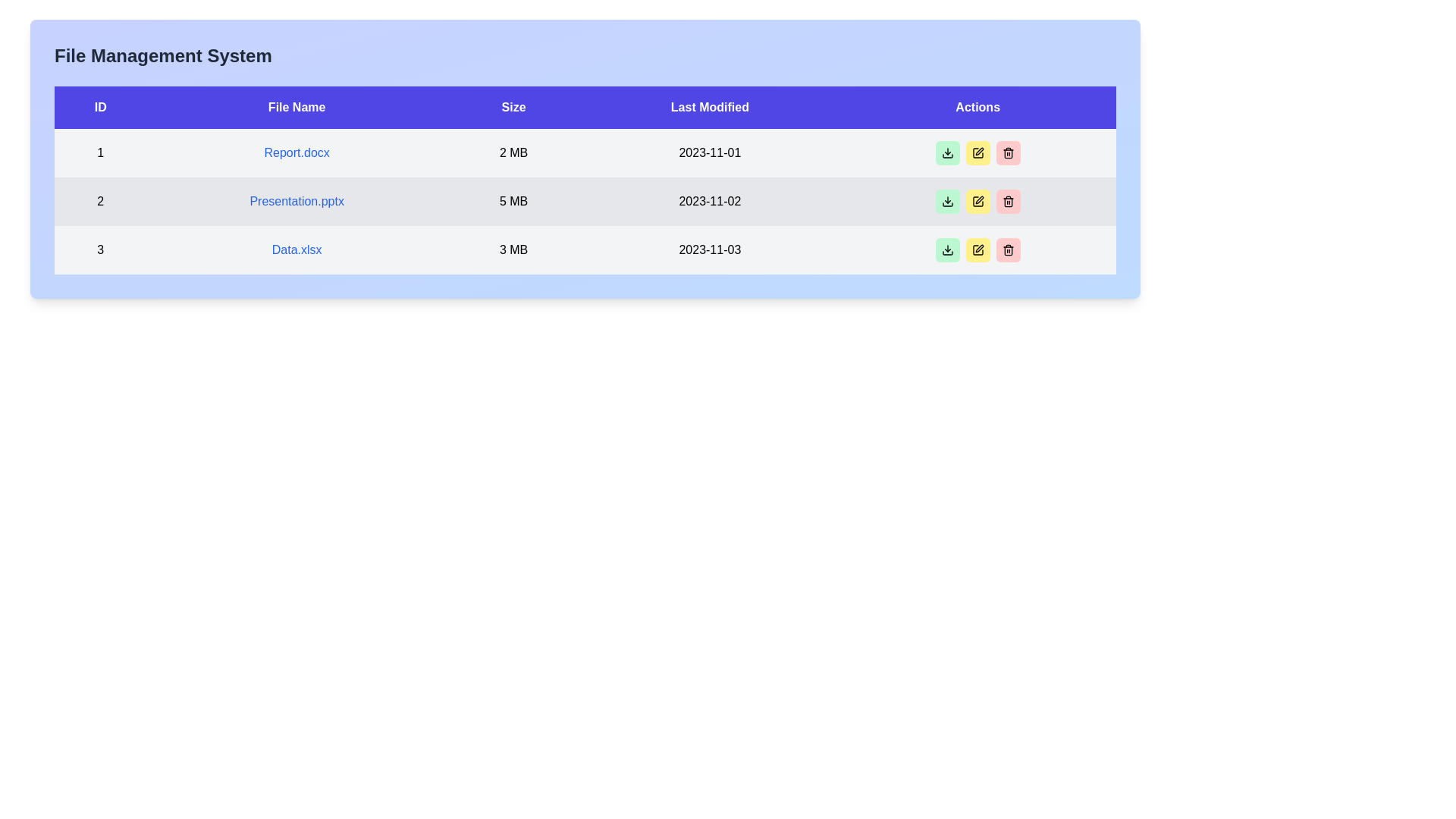 Image resolution: width=1456 pixels, height=819 pixels. I want to click on the pen-shaped IconButton in the 'Actions' column of the file management table, specifically in the second row for 'Presentation.pptx', so click(977, 152).